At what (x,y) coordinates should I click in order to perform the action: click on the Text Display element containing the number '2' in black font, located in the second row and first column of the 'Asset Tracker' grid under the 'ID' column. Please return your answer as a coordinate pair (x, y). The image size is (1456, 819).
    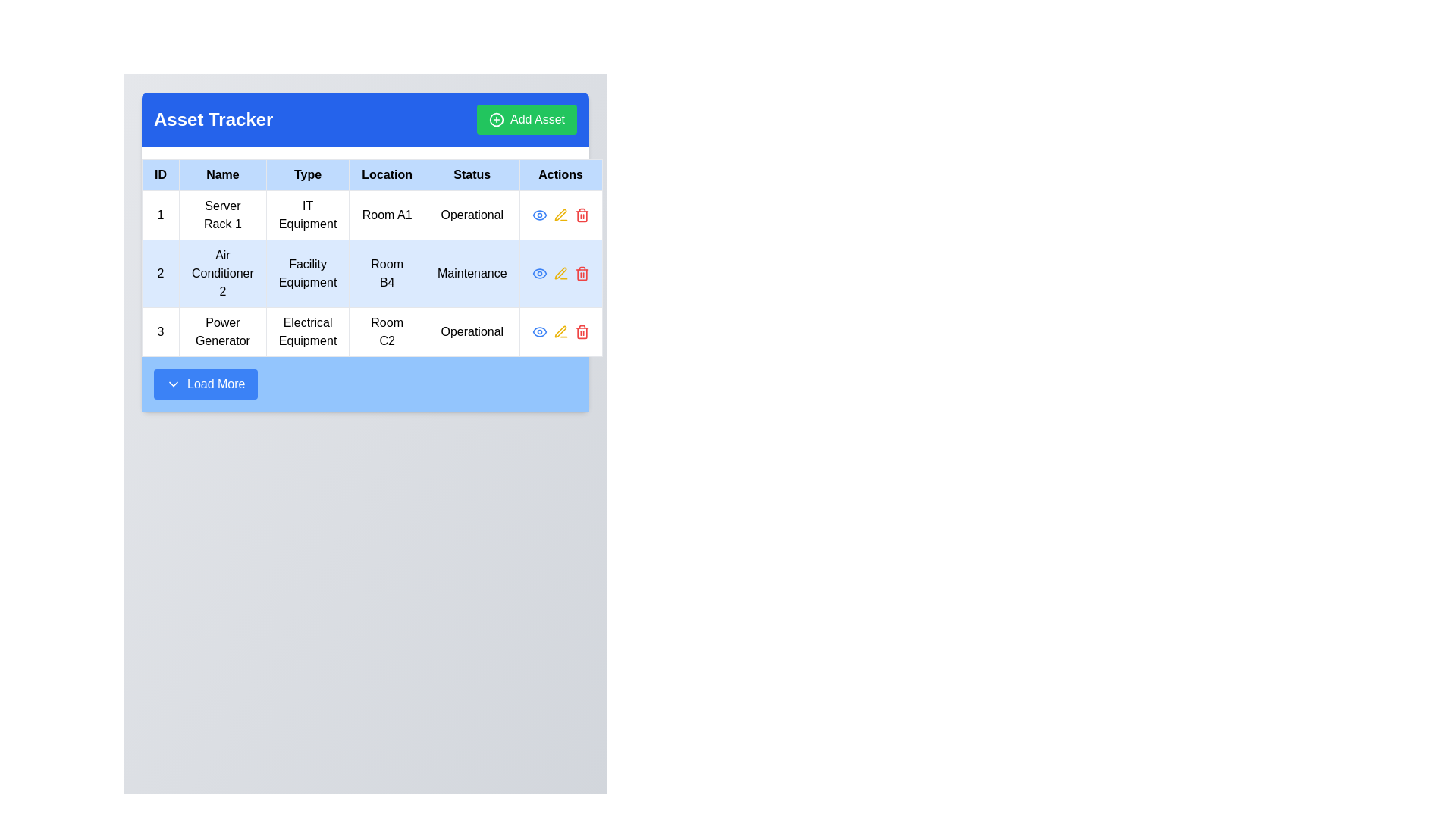
    Looking at the image, I should click on (160, 274).